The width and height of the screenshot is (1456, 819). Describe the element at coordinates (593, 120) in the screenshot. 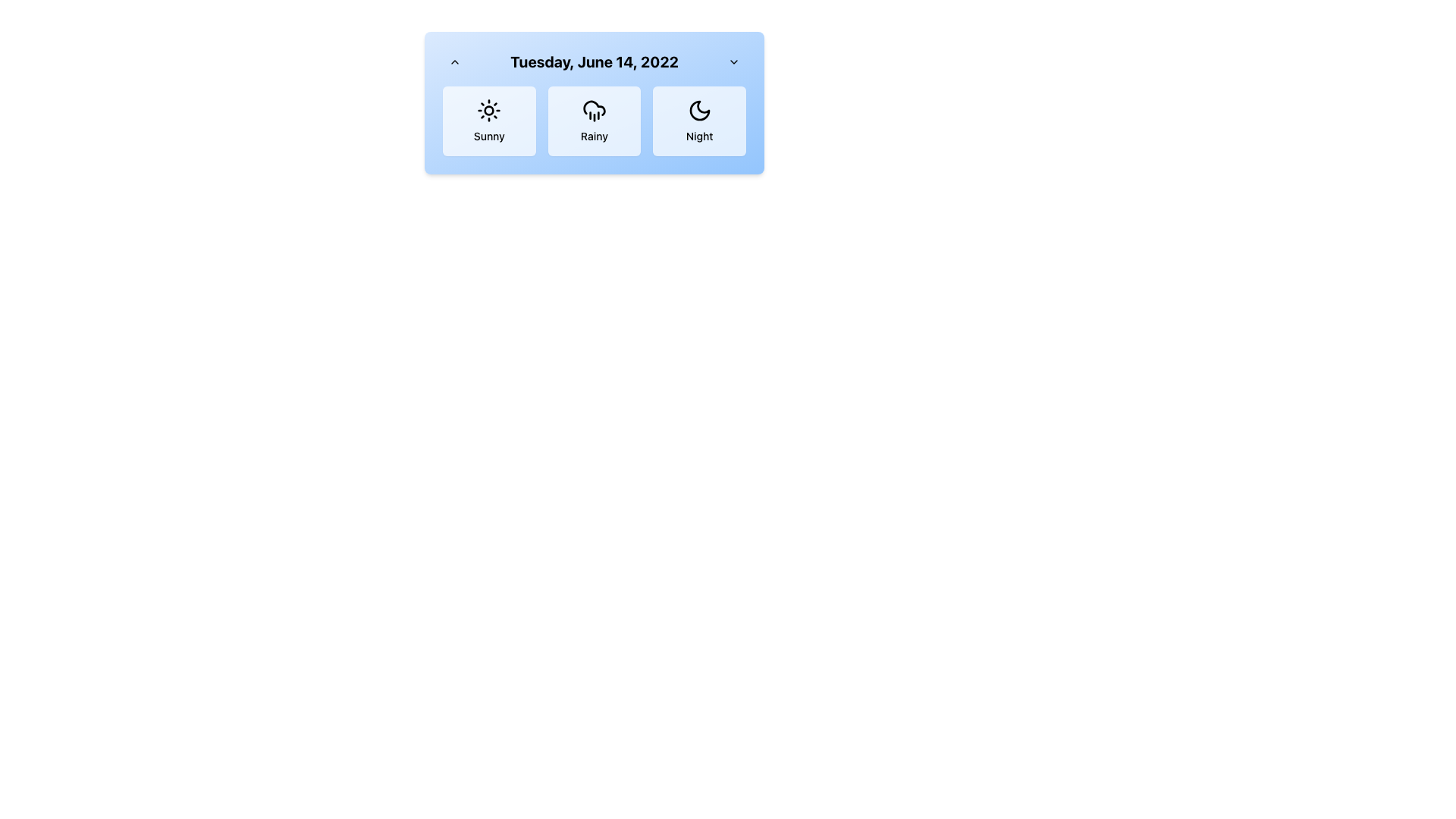

I see `the vertically-placed grid structure containing icon-based weather representations for 'Sunny', 'Rainy', and 'Night', which is located below the date title 'Tuesday, June 14, 2022'` at that location.